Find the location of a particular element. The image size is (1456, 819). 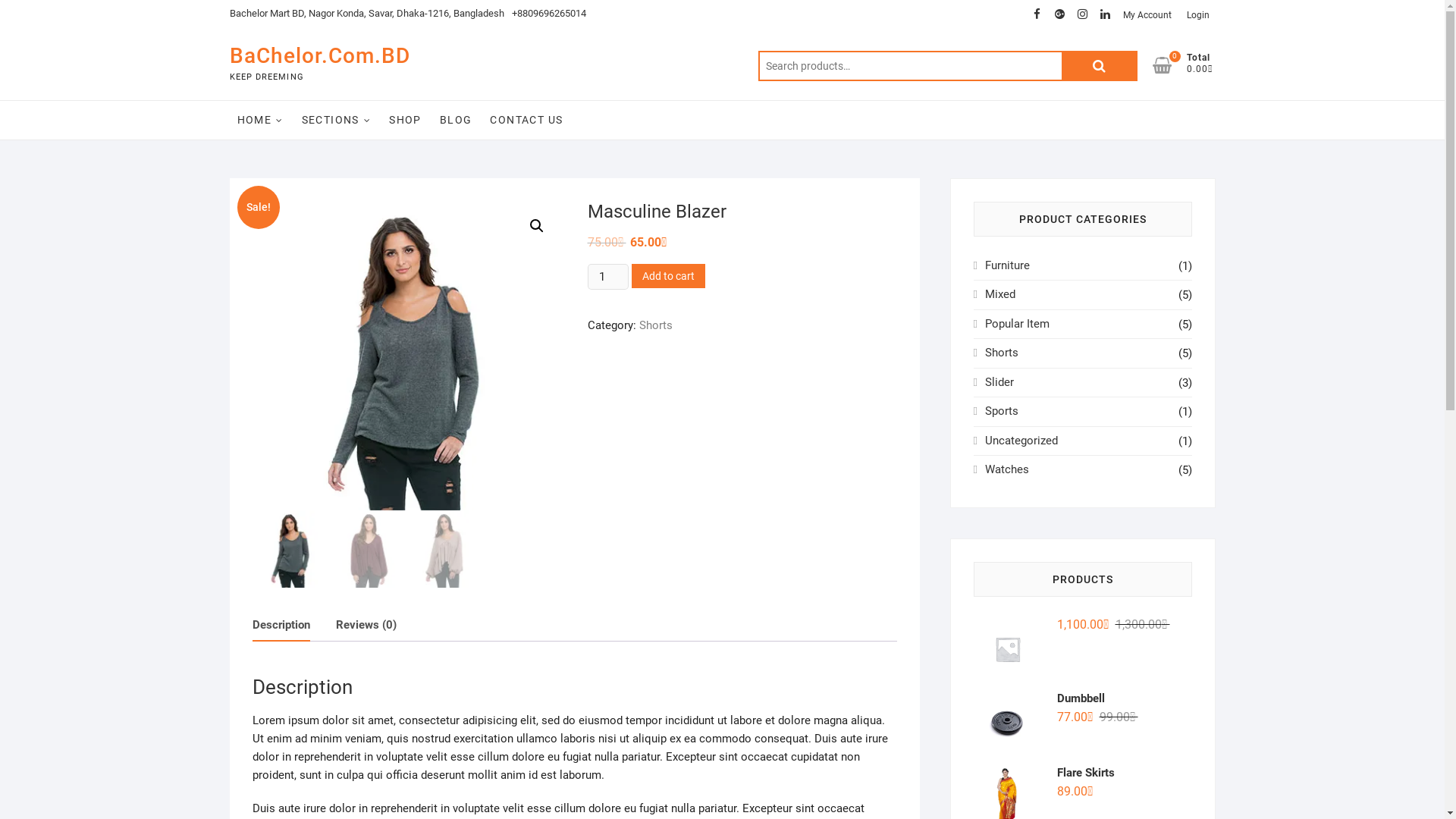

'Search' is located at coordinates (1099, 65).